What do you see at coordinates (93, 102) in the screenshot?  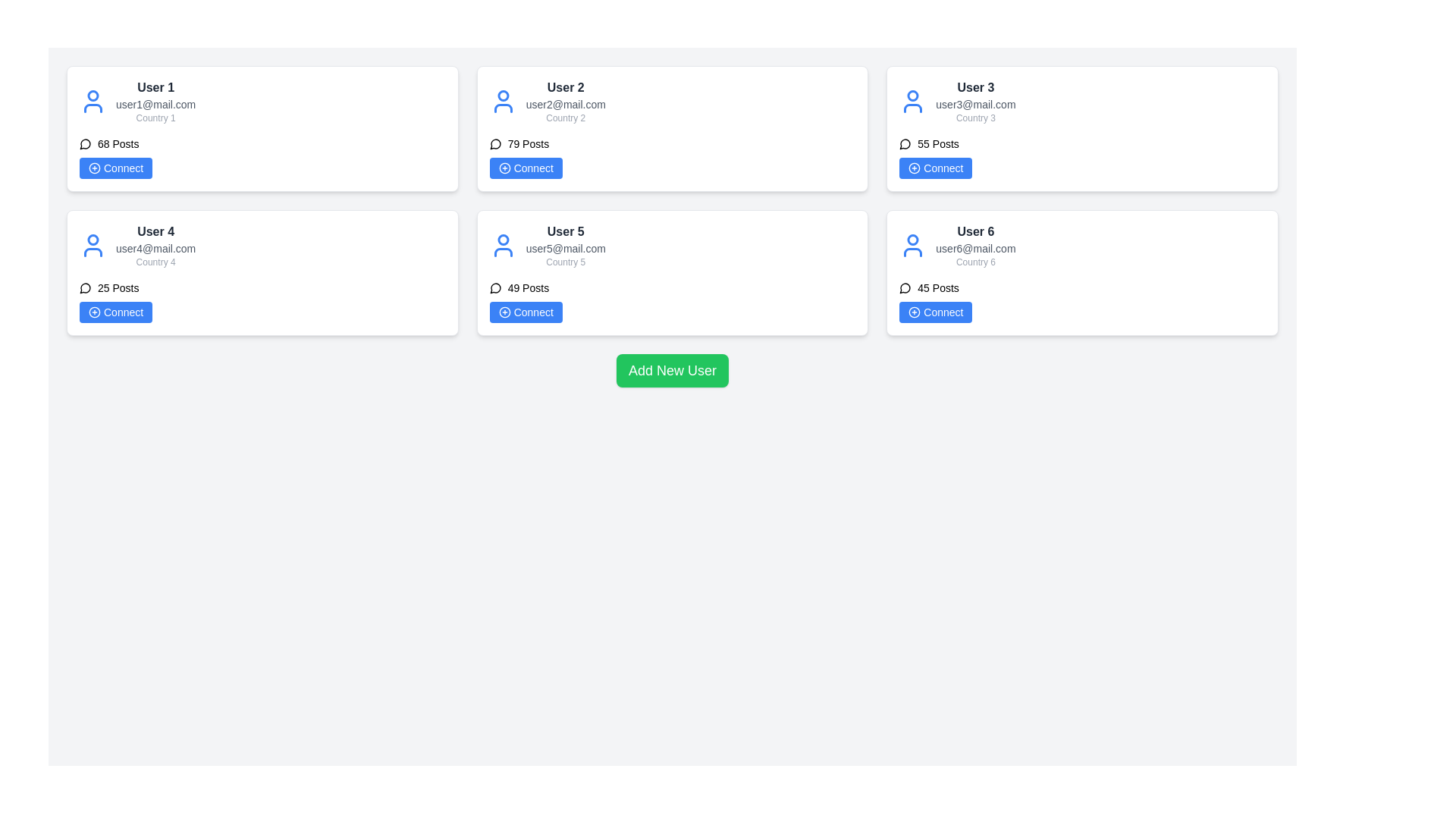 I see `the user profile icon located at the top-left corner of the card for 'User 1'` at bounding box center [93, 102].